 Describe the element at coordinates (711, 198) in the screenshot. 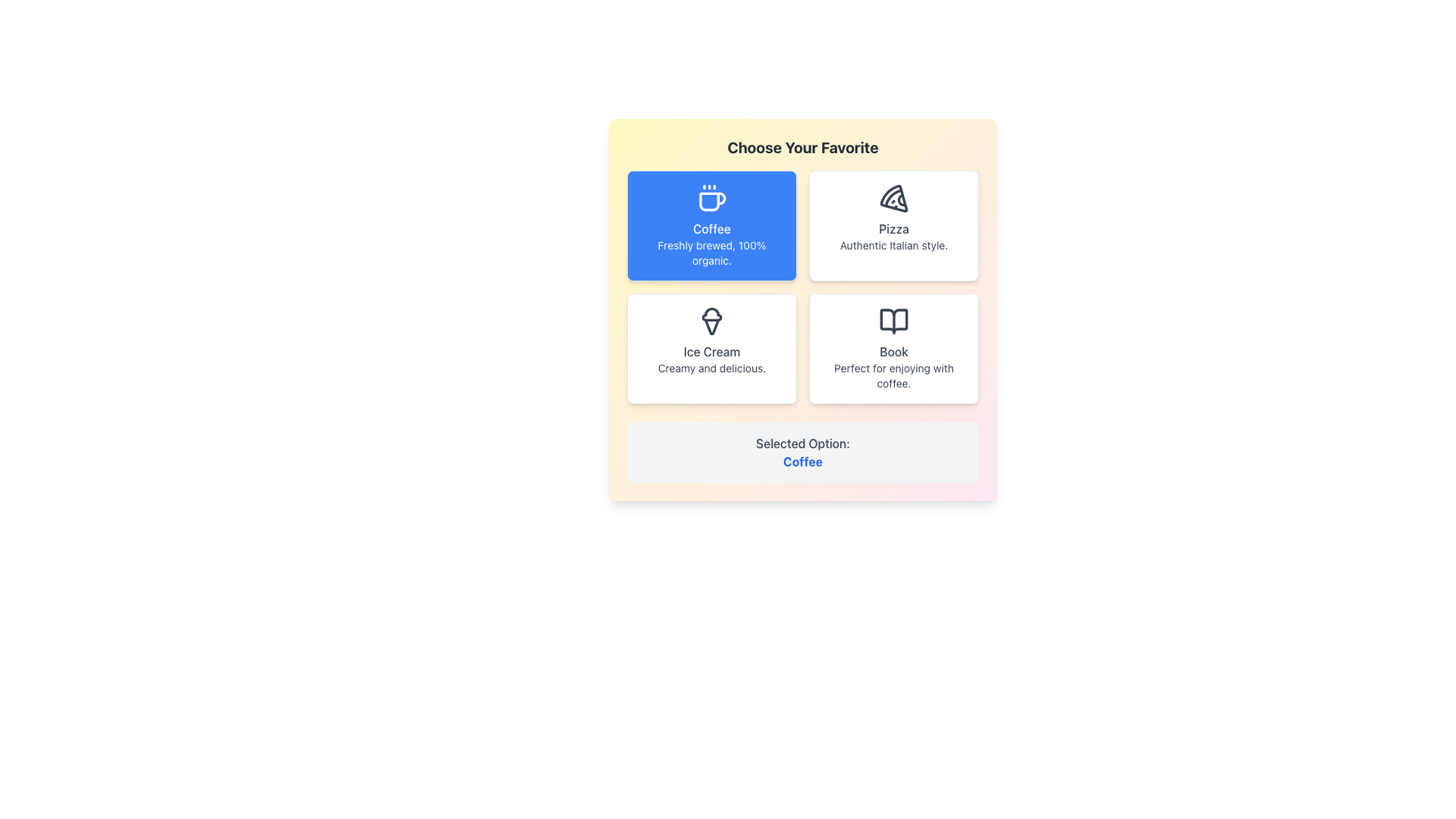

I see `the coffee icon located in the top-left module of the grid layout, which visually represents the concept of coffee and is positioned above the text 'Freshly brewed, 100% organic.'` at that location.